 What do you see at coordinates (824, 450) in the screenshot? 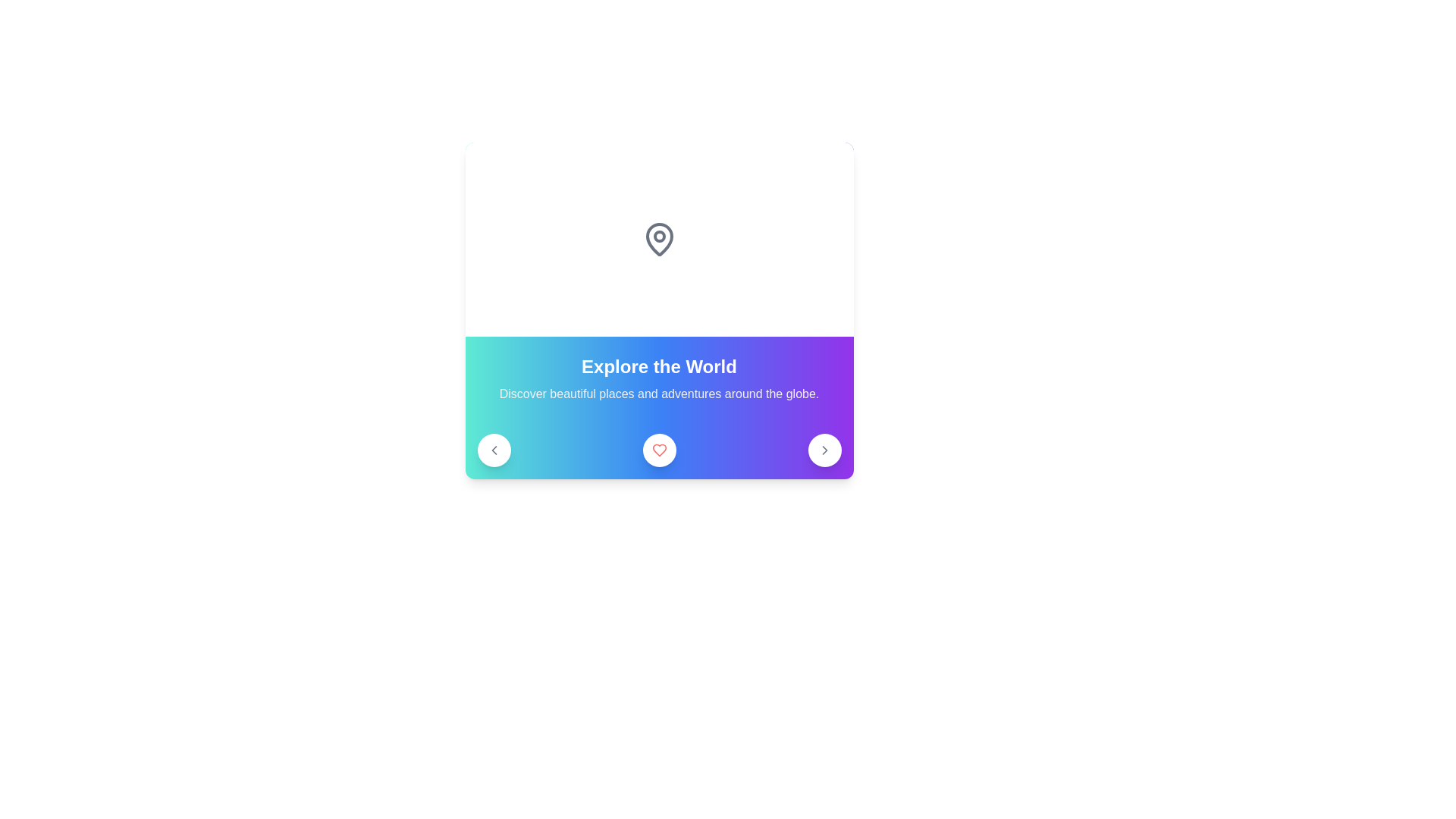
I see `the circular button with a white background and a rightward-pointing chevron icon, located at the far right end of the row beneath the label 'Explore the World'` at bounding box center [824, 450].